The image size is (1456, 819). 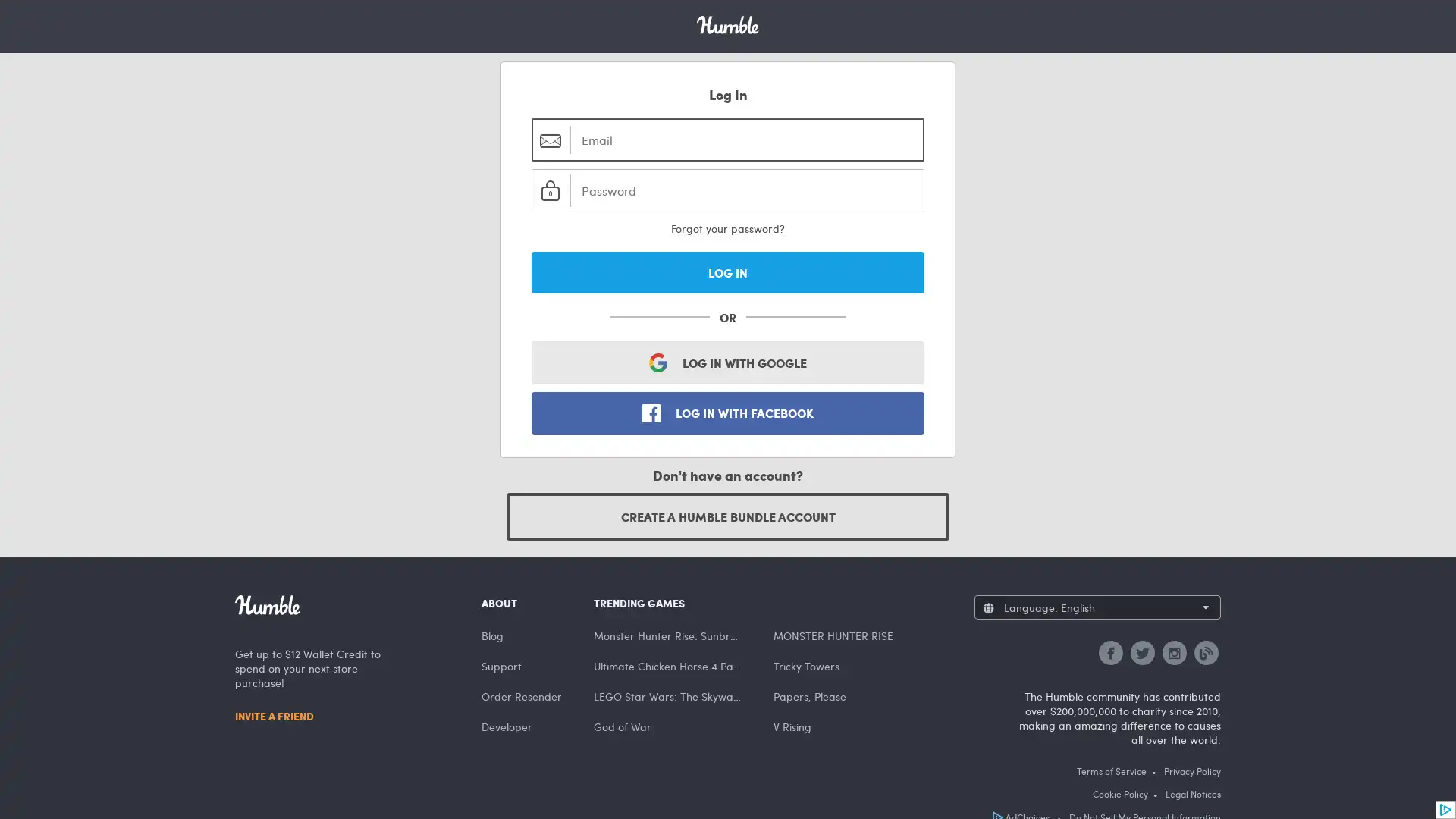 What do you see at coordinates (1006, 747) in the screenshot?
I see `Italiano` at bounding box center [1006, 747].